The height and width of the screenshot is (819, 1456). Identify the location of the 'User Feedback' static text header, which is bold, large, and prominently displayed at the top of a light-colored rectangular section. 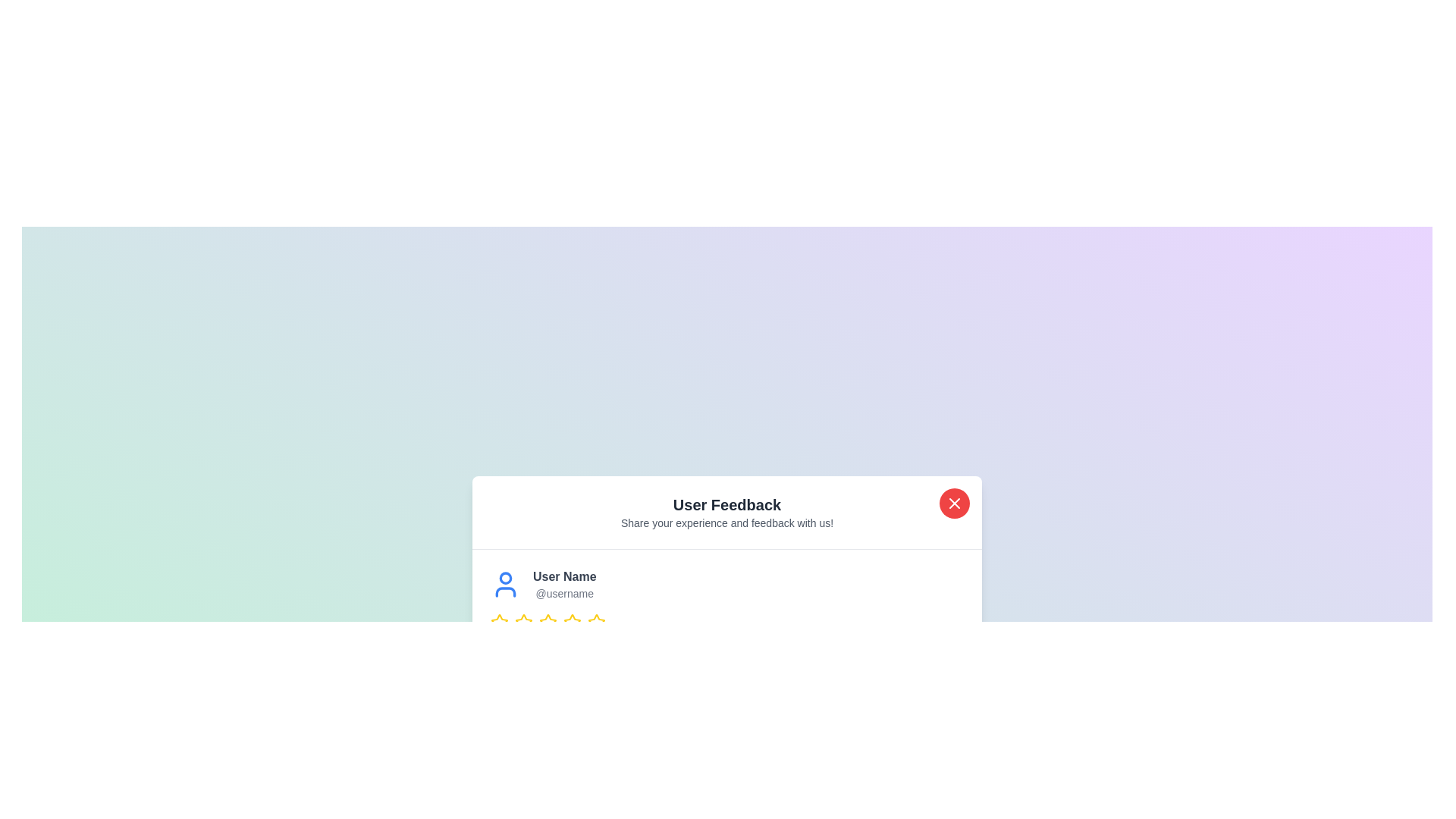
(726, 504).